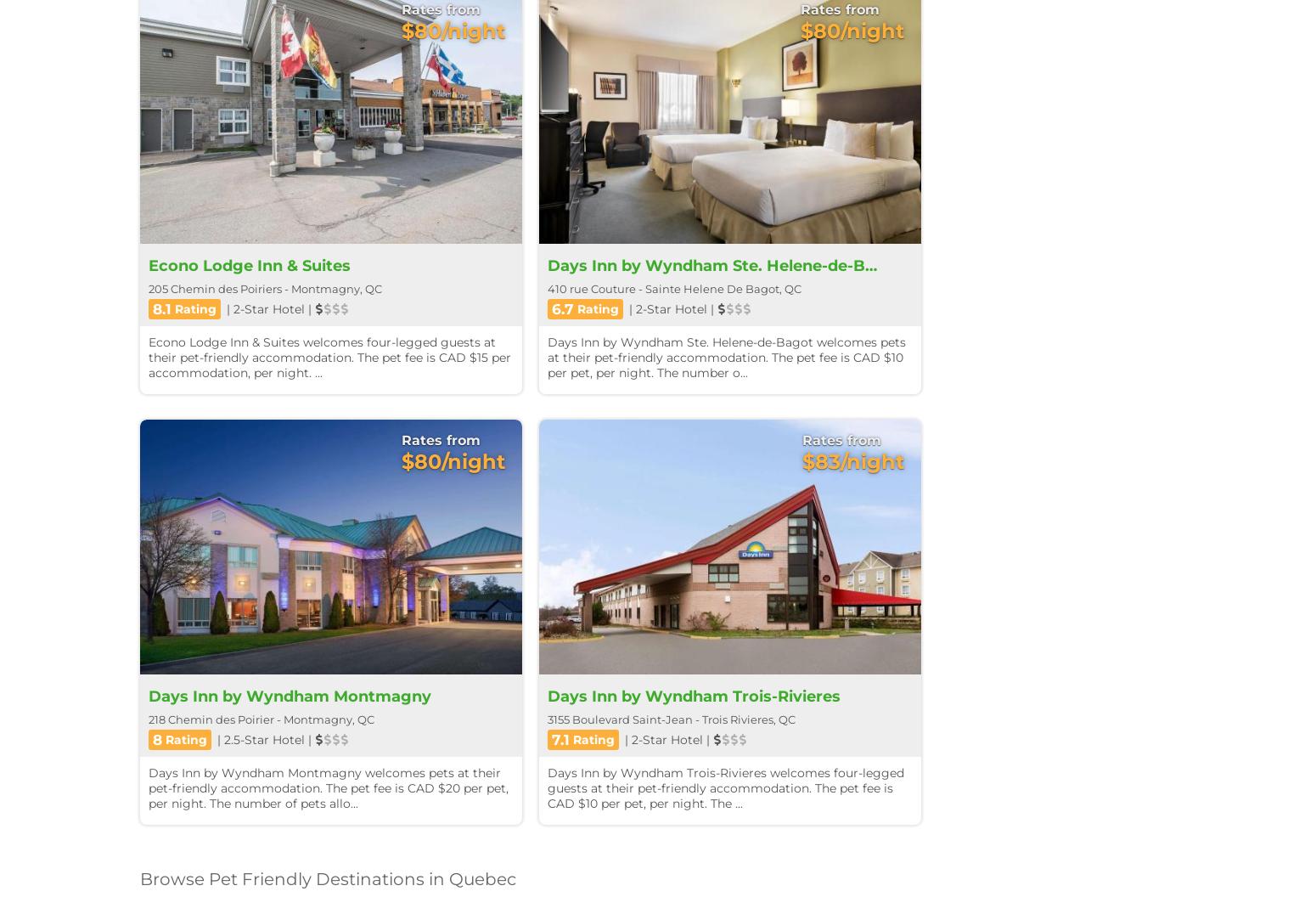  What do you see at coordinates (725, 787) in the screenshot?
I see `'Days Inn by Wyndham Trois-Rivieres welcomes four-legged guests at their pet-friendly accommodation. The pet fee is CAD $10 per pet, per night. The ...'` at bounding box center [725, 787].